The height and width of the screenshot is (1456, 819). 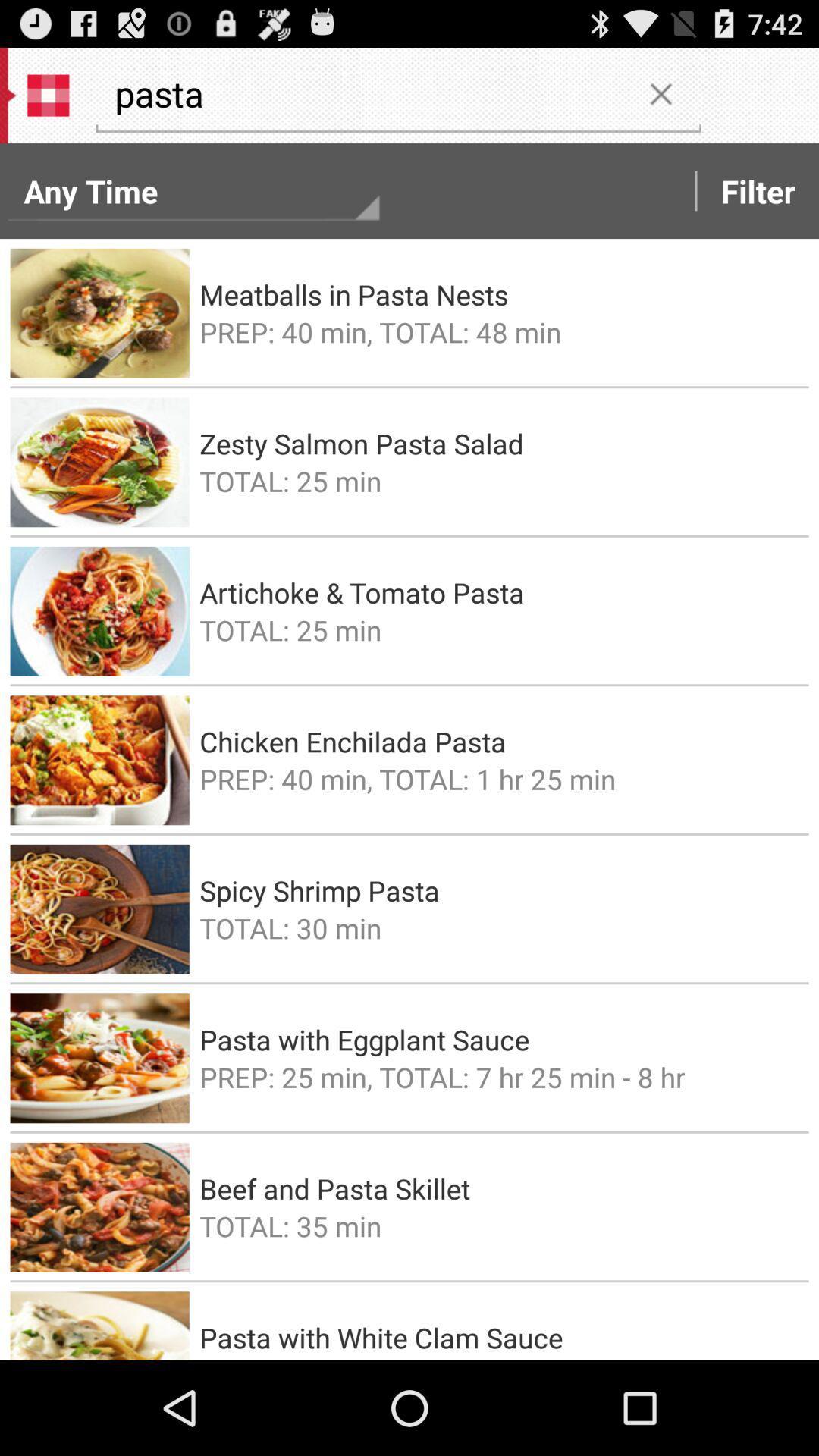 I want to click on the icon above the total: 25 min app, so click(x=499, y=443).